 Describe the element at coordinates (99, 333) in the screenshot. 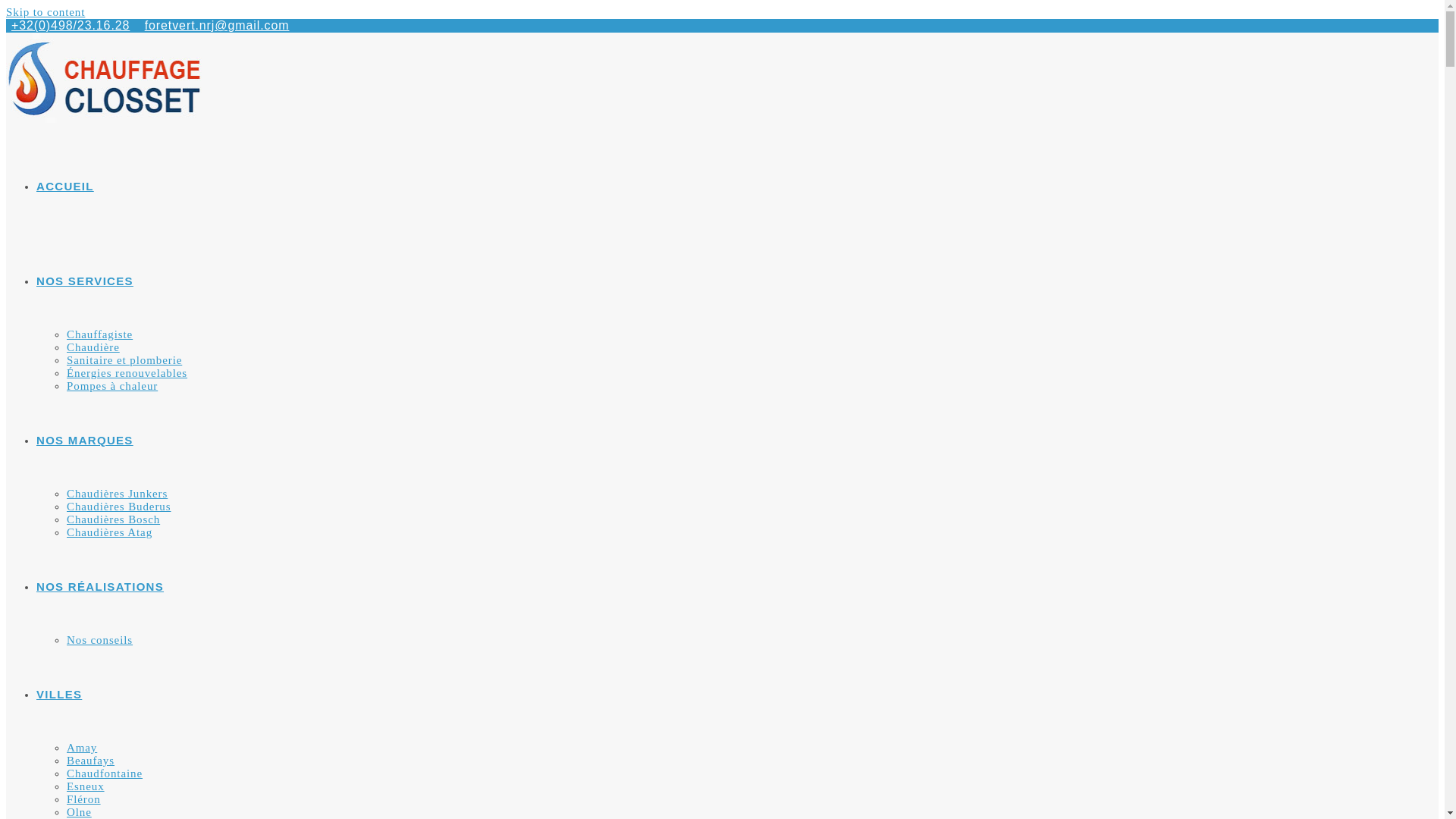

I see `'Chauffagiste'` at that location.